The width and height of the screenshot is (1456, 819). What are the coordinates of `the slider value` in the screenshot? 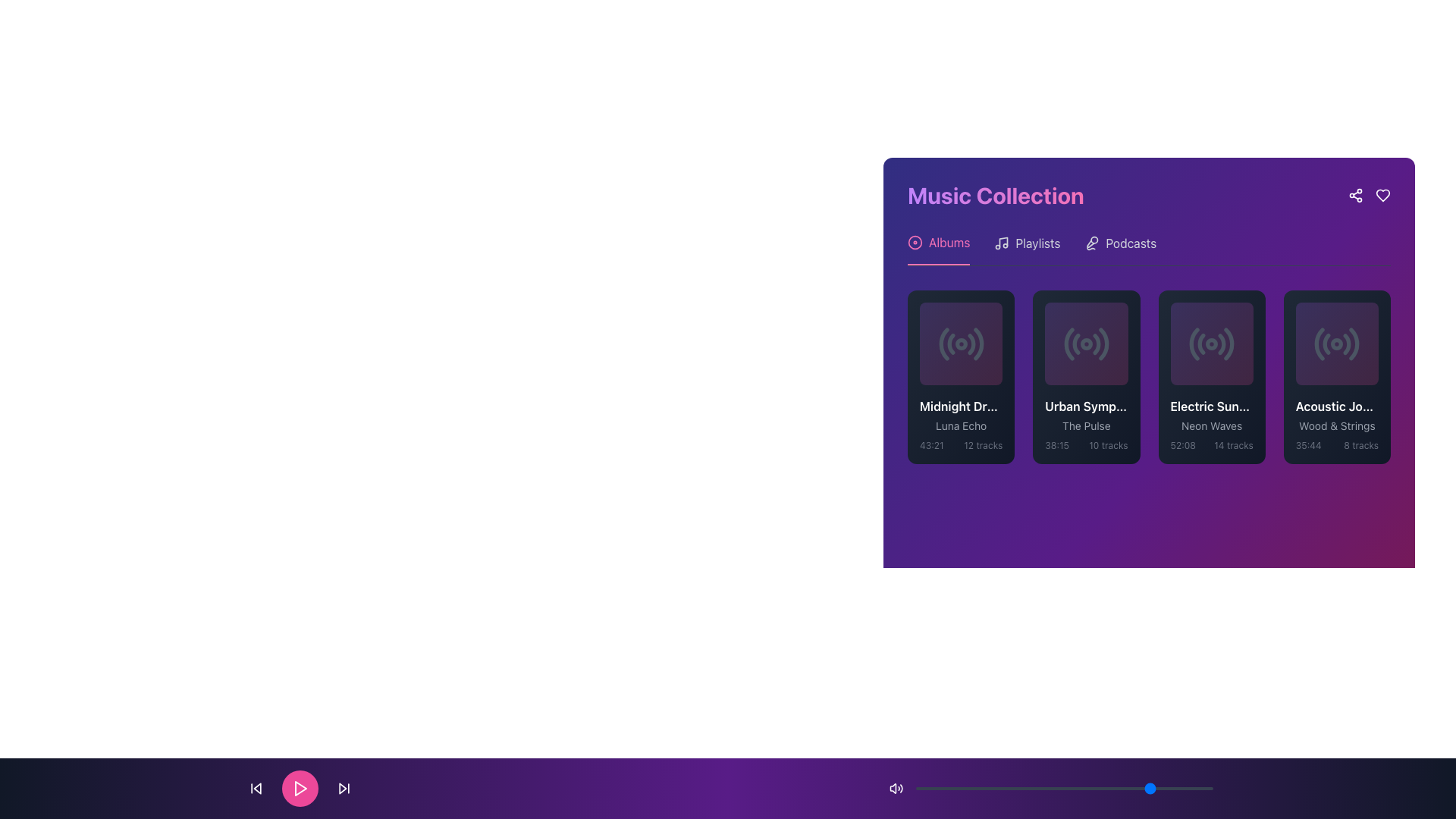 It's located at (1124, 788).